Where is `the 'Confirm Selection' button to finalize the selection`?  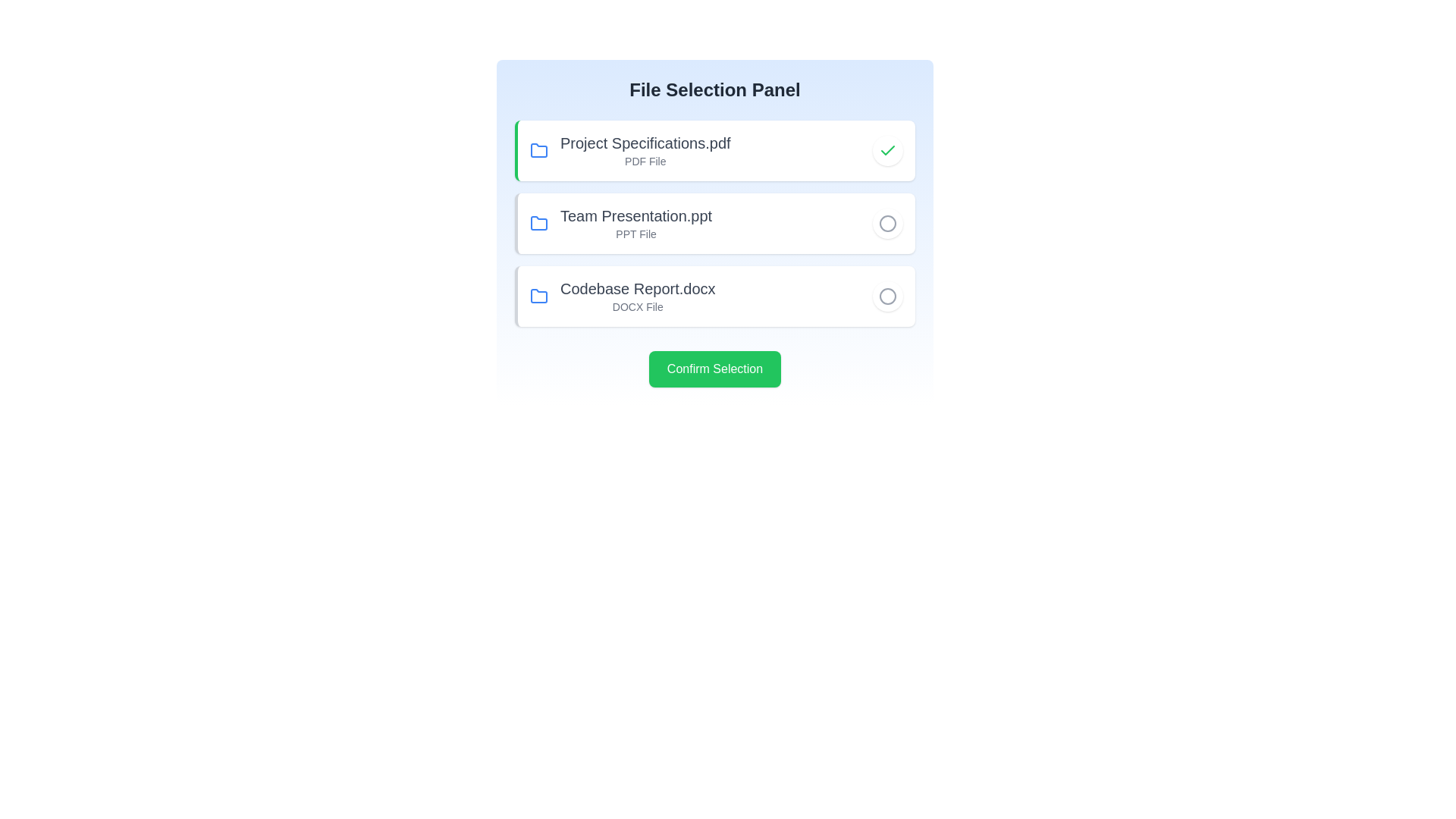 the 'Confirm Selection' button to finalize the selection is located at coordinates (714, 369).